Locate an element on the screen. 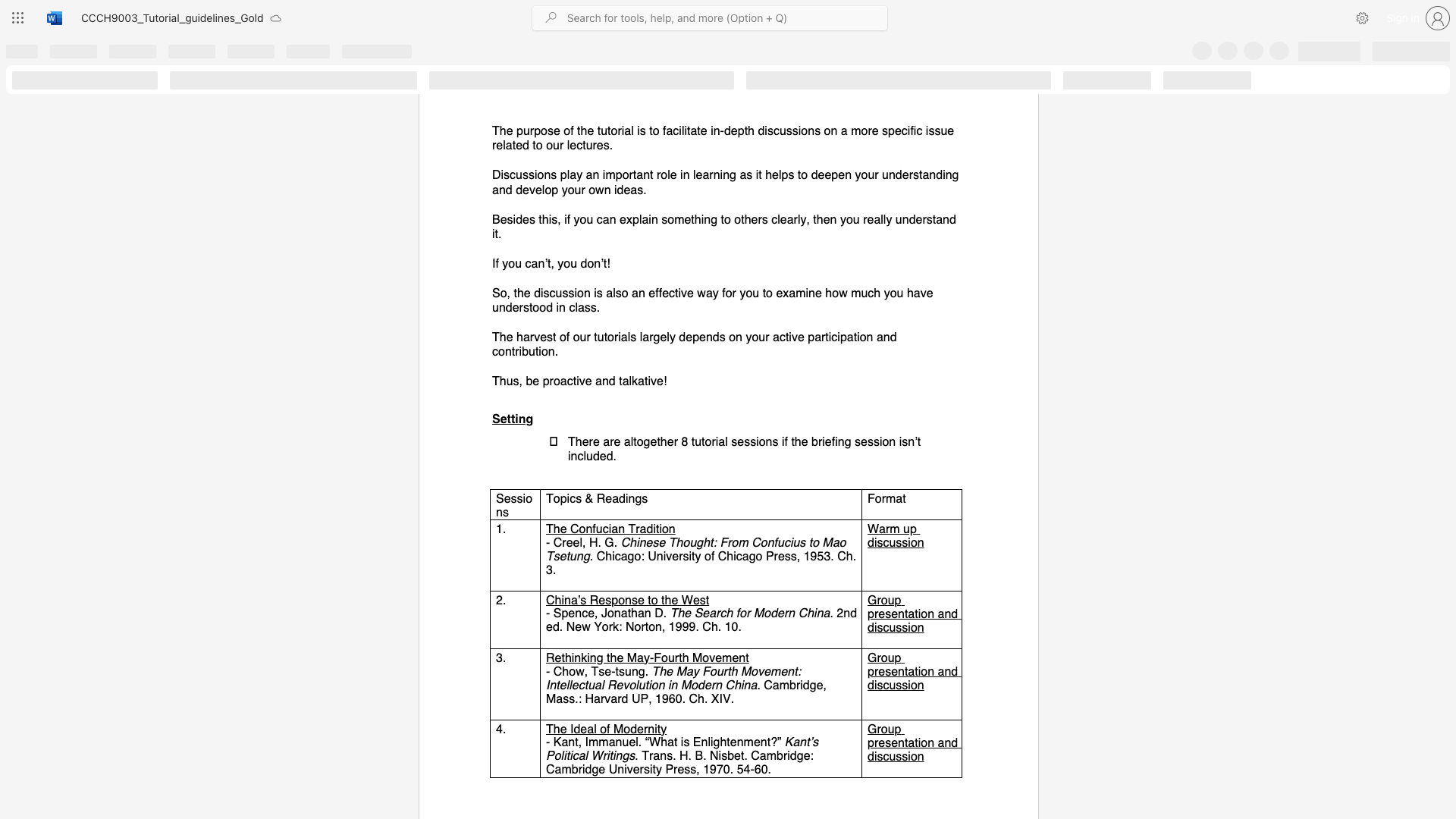 The height and width of the screenshot is (819, 1456). the 3th character "e" in the text is located at coordinates (673, 599).